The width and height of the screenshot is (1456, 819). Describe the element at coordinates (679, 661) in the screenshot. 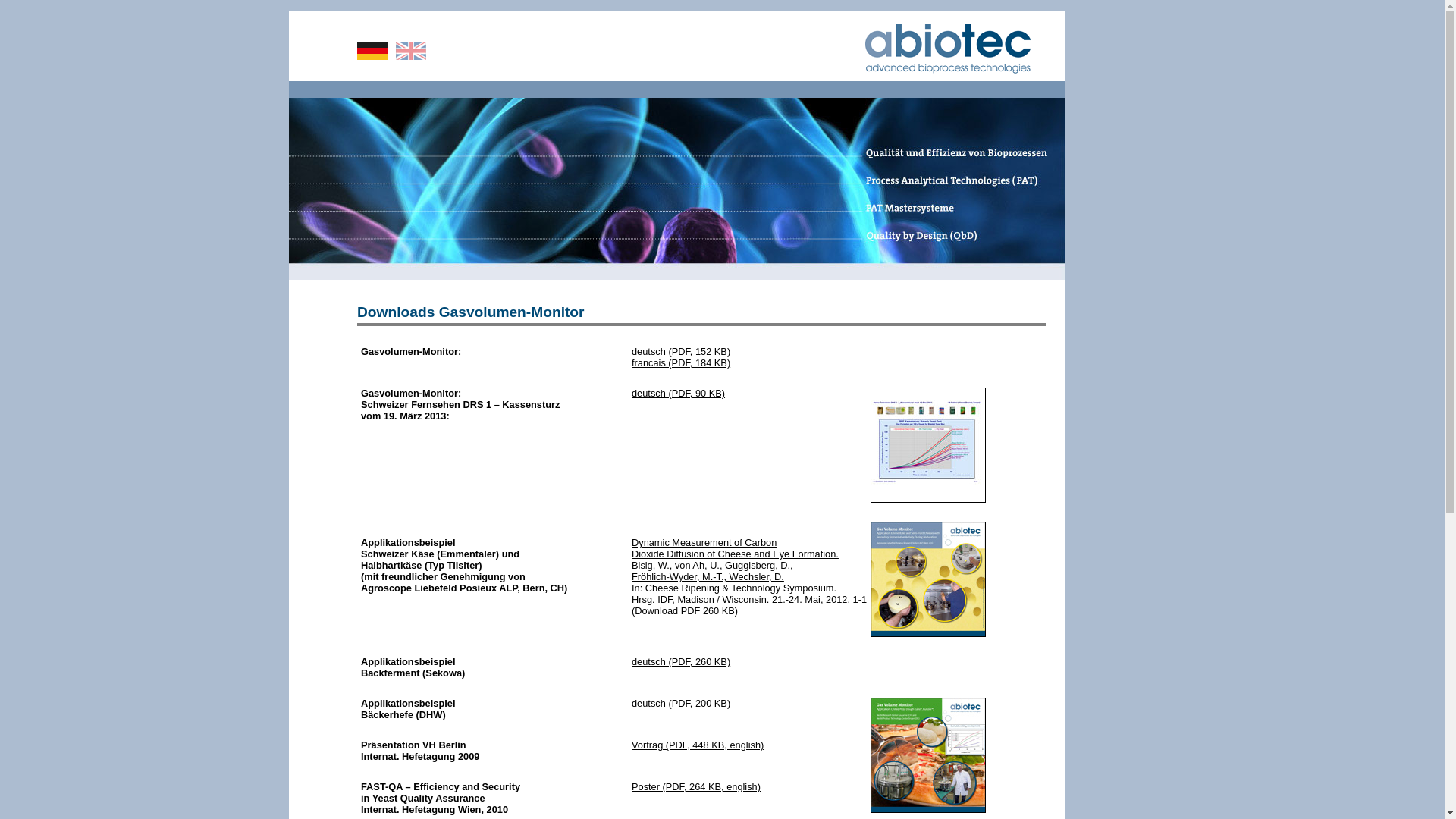

I see `'deutsch (PDF, 260 KB)'` at that location.